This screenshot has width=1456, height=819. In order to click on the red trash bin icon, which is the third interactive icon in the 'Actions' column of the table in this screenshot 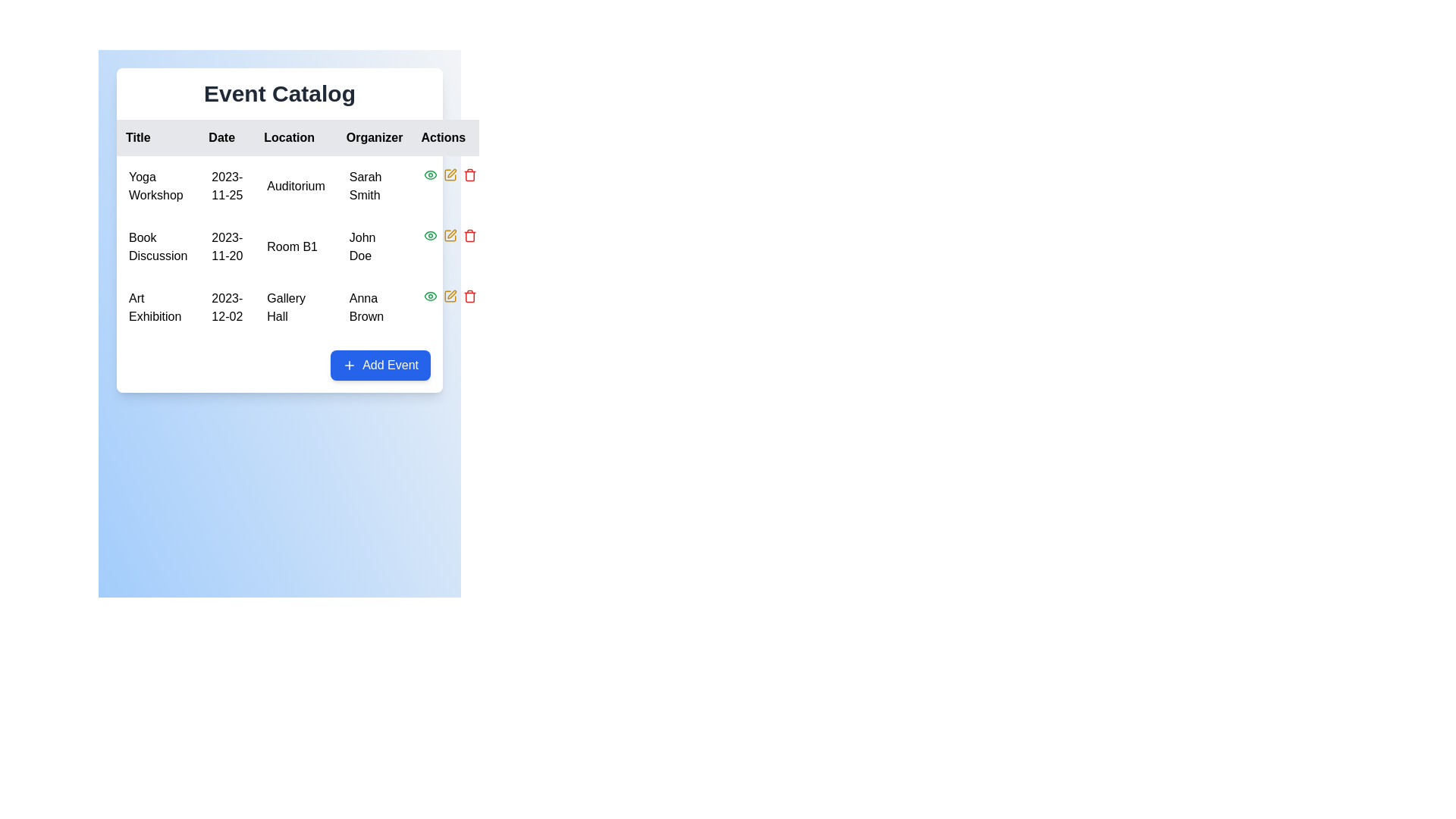, I will do `click(469, 174)`.